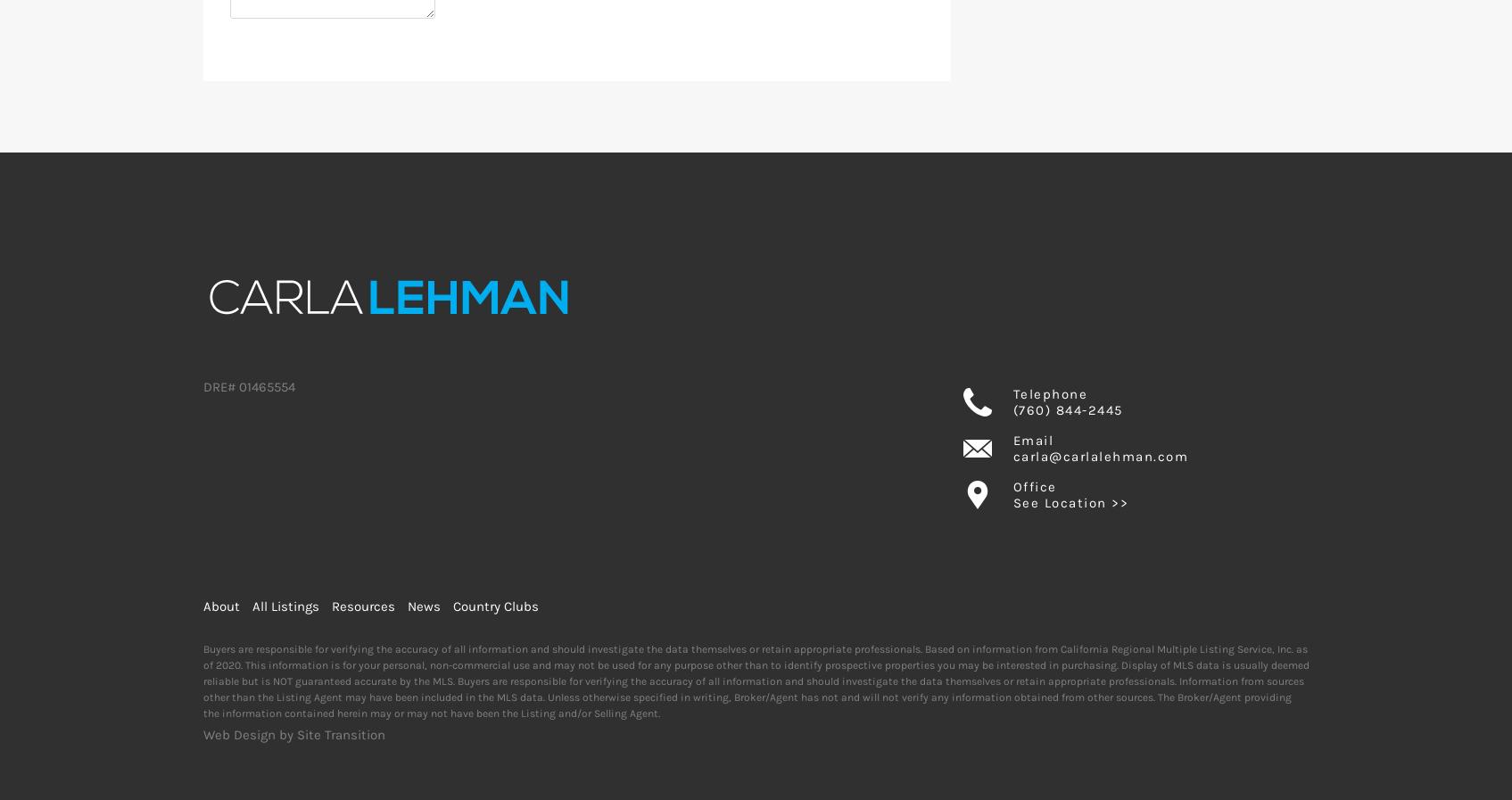  What do you see at coordinates (1070, 503) in the screenshot?
I see `'See Location >>'` at bounding box center [1070, 503].